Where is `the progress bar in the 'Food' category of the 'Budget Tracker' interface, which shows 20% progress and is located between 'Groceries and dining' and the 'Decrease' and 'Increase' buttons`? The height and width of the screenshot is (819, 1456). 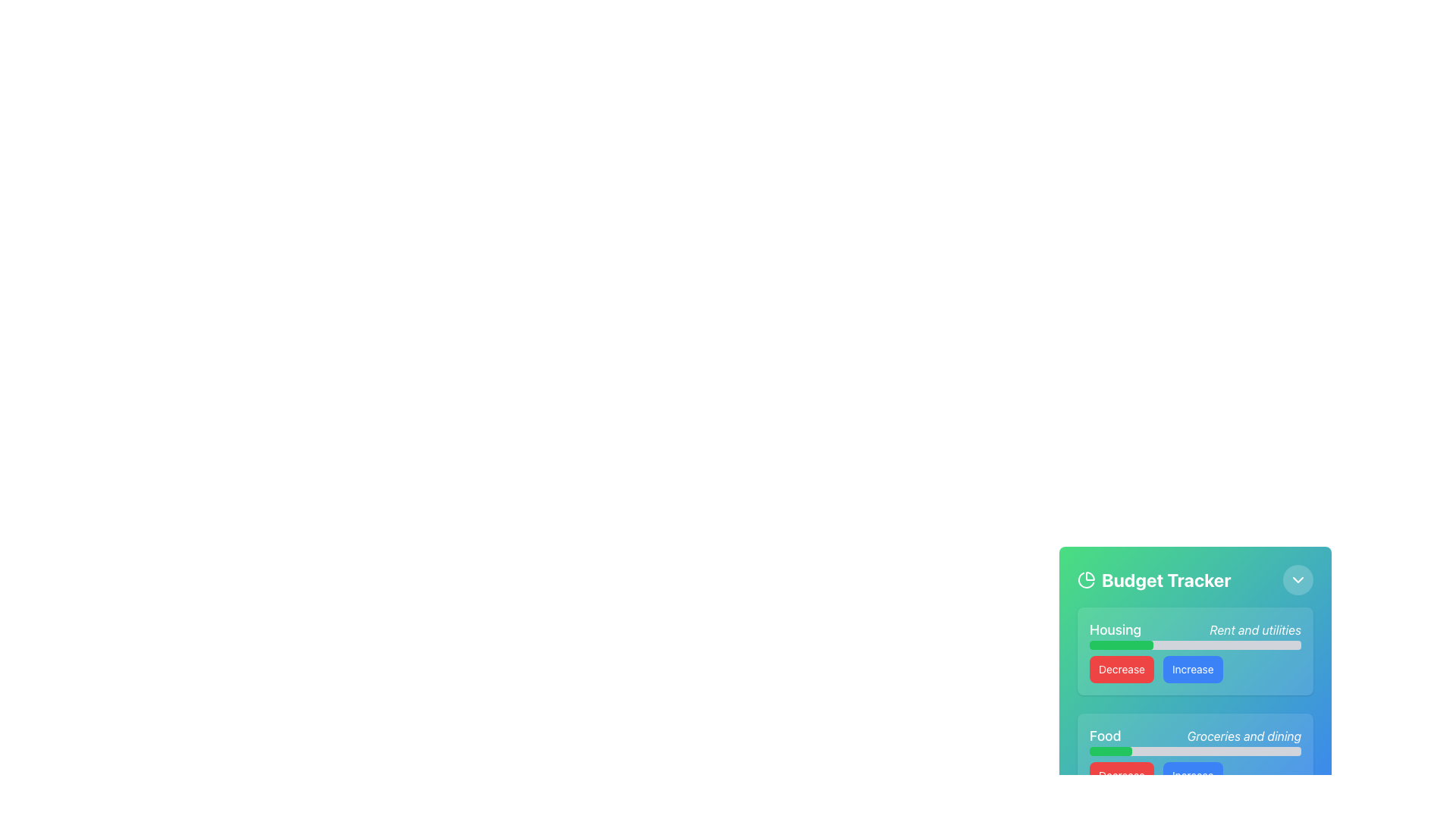 the progress bar in the 'Food' category of the 'Budget Tracker' interface, which shows 20% progress and is located between 'Groceries and dining' and the 'Decrease' and 'Increase' buttons is located at coordinates (1194, 752).